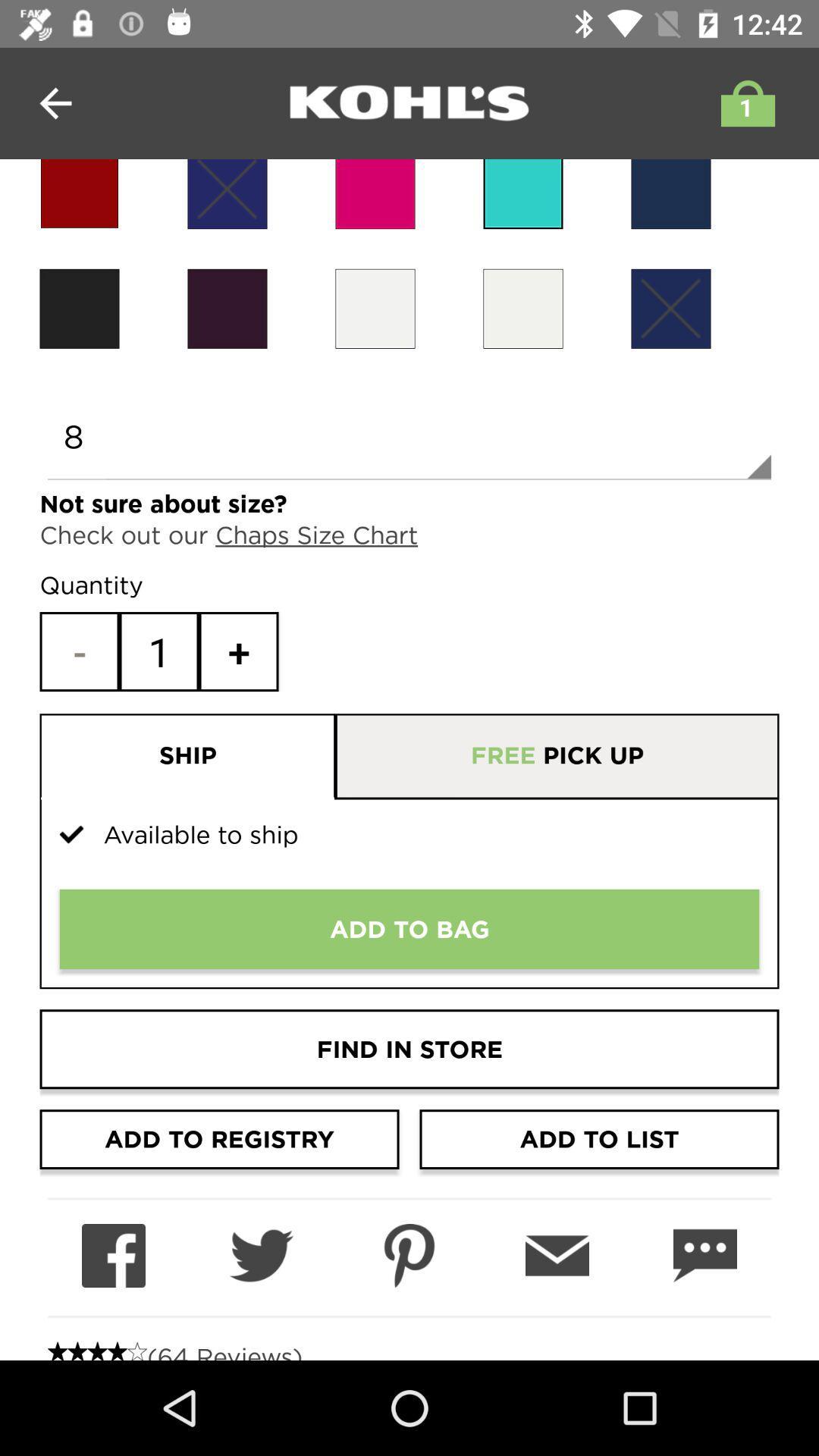 The height and width of the screenshot is (1456, 819). Describe the element at coordinates (409, 1256) in the screenshot. I see `share on pinterest` at that location.